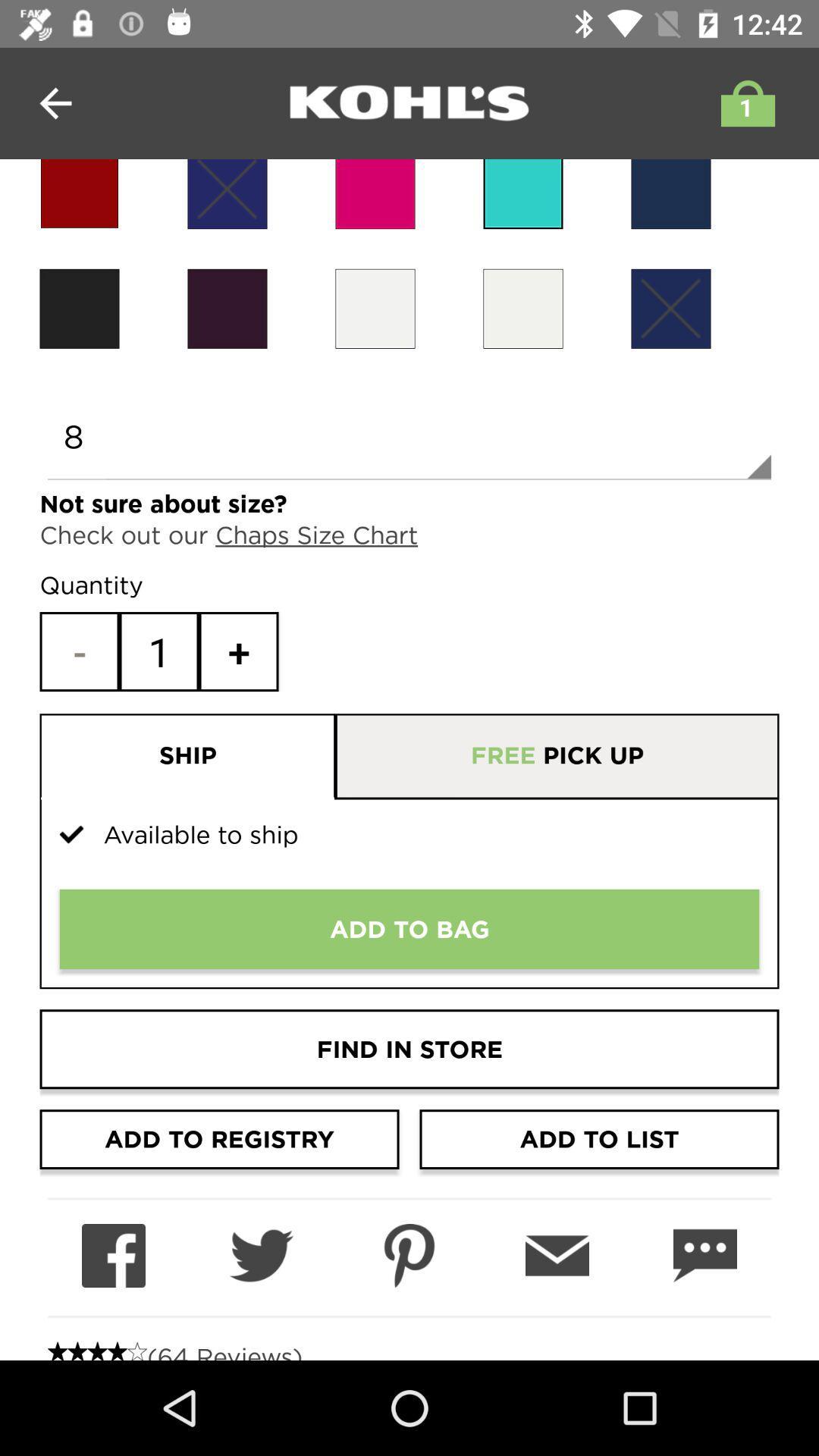 The height and width of the screenshot is (1456, 819). Describe the element at coordinates (409, 1256) in the screenshot. I see `share on pinterest` at that location.